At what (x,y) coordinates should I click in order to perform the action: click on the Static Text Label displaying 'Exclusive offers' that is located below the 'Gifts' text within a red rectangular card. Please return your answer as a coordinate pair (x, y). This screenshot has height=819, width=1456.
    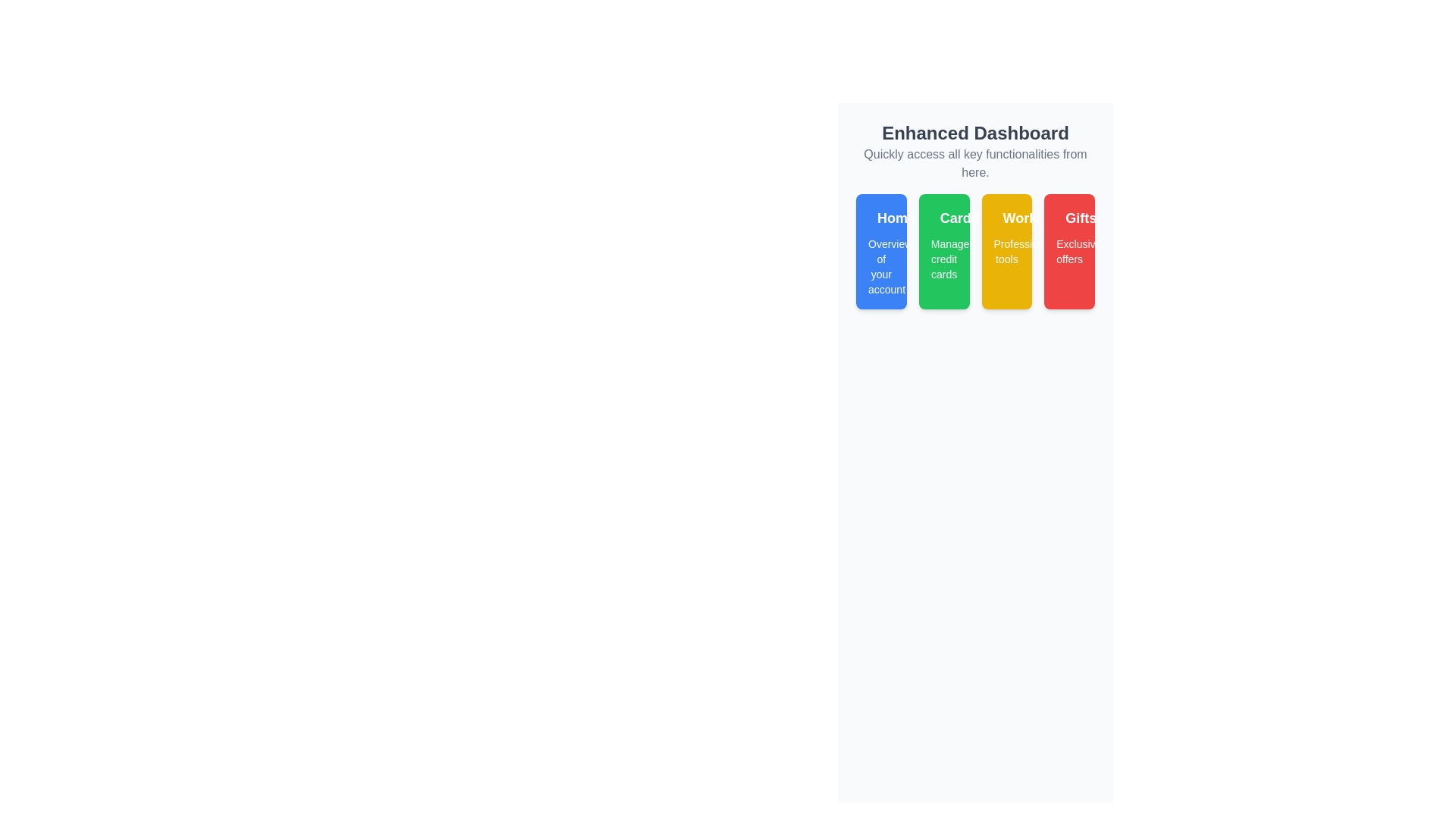
    Looking at the image, I should click on (1068, 250).